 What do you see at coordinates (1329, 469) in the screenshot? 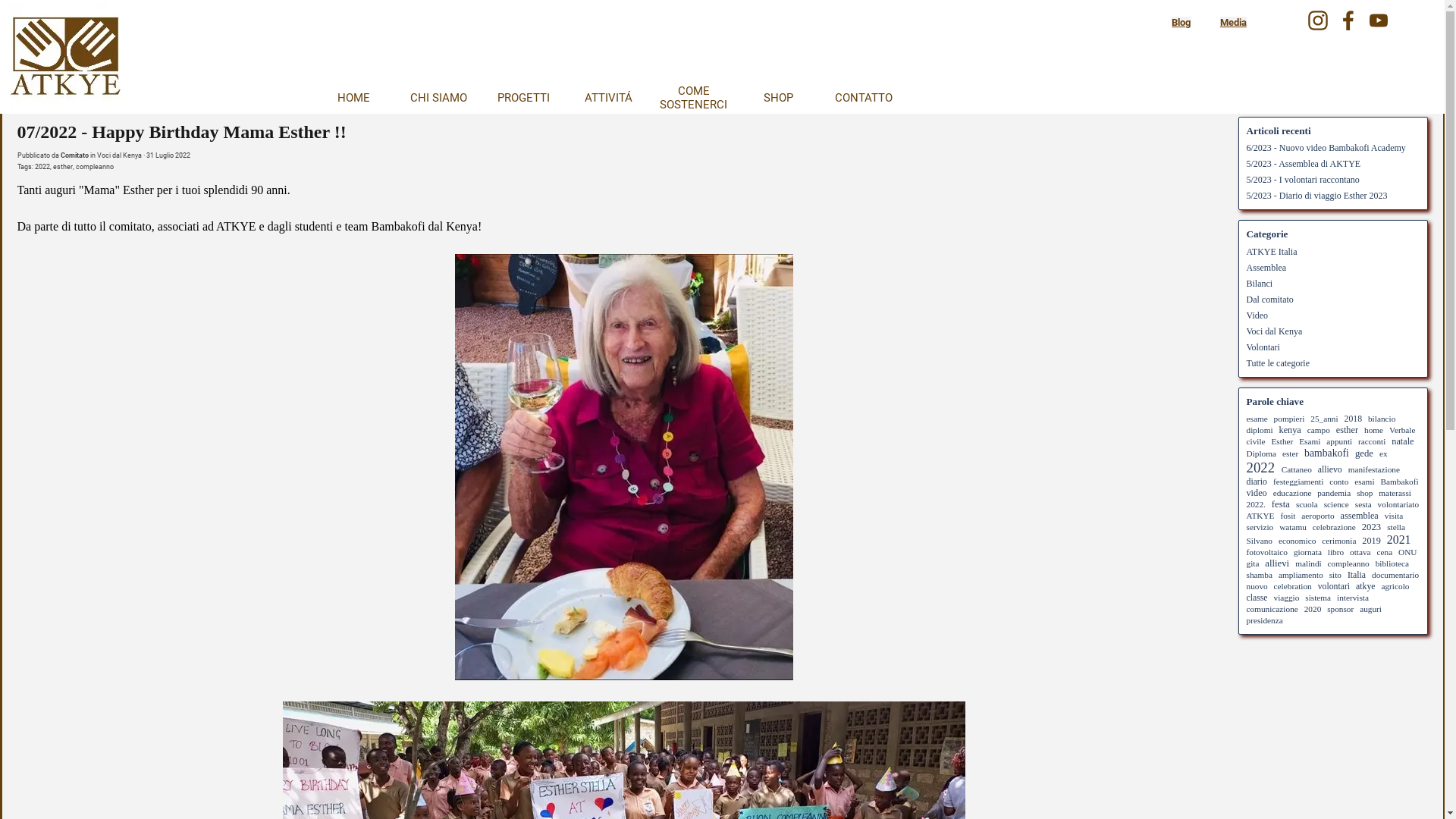
I see `'allievo'` at bounding box center [1329, 469].